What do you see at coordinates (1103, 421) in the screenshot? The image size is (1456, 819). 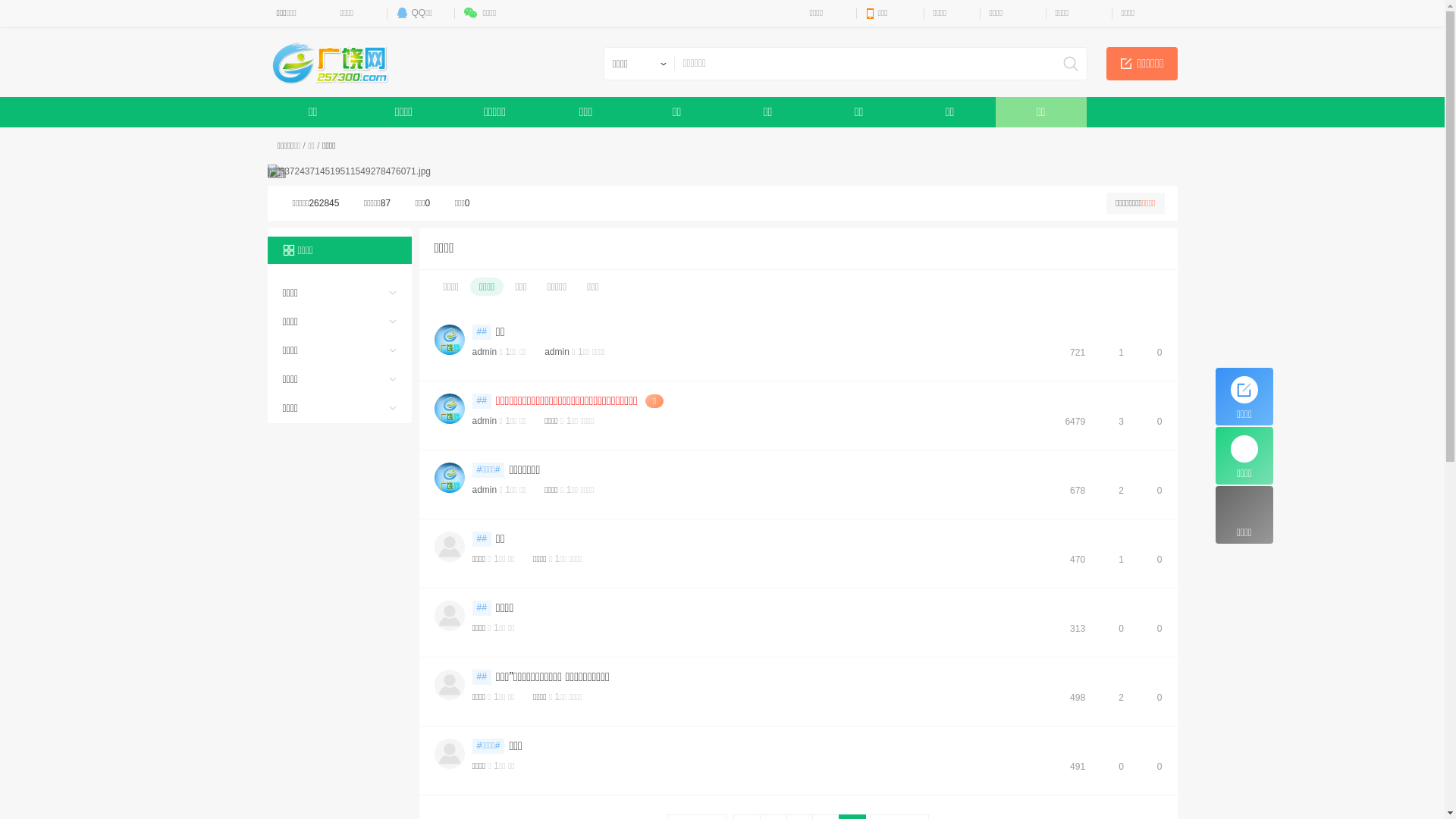 I see `'3'` at bounding box center [1103, 421].